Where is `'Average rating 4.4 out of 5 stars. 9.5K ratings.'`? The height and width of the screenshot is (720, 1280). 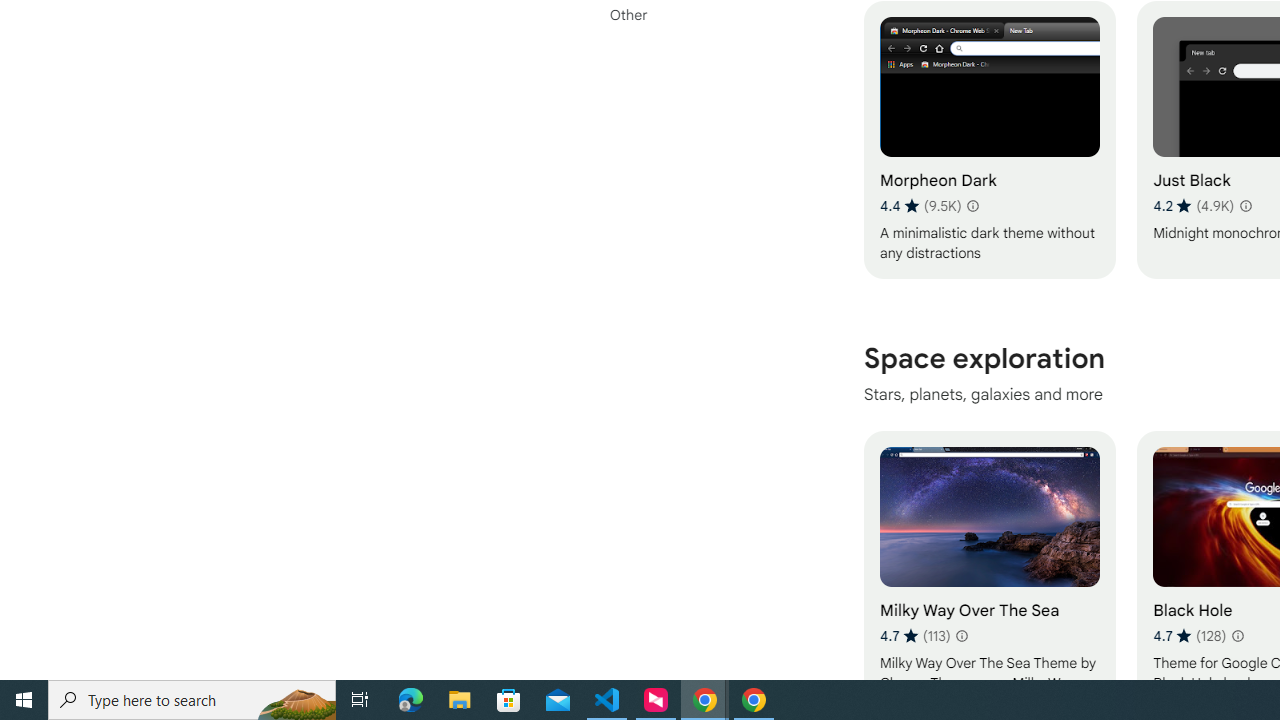
'Average rating 4.4 out of 5 stars. 9.5K ratings.' is located at coordinates (919, 205).